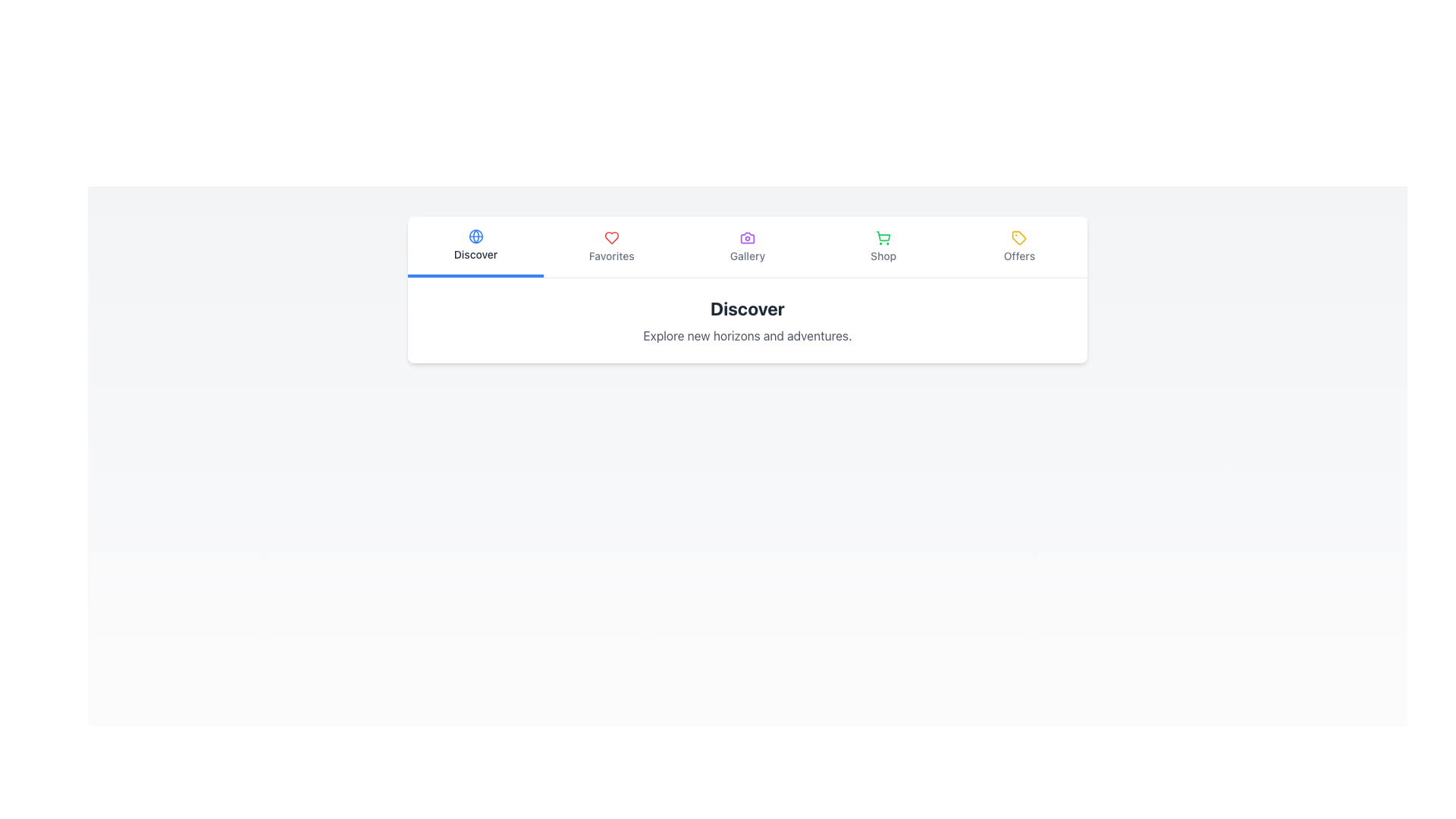  I want to click on the third icon in the navigation bar that represents the 'Gallery' section, which is visually associated with accessing gallery-related functionality, so click(747, 237).